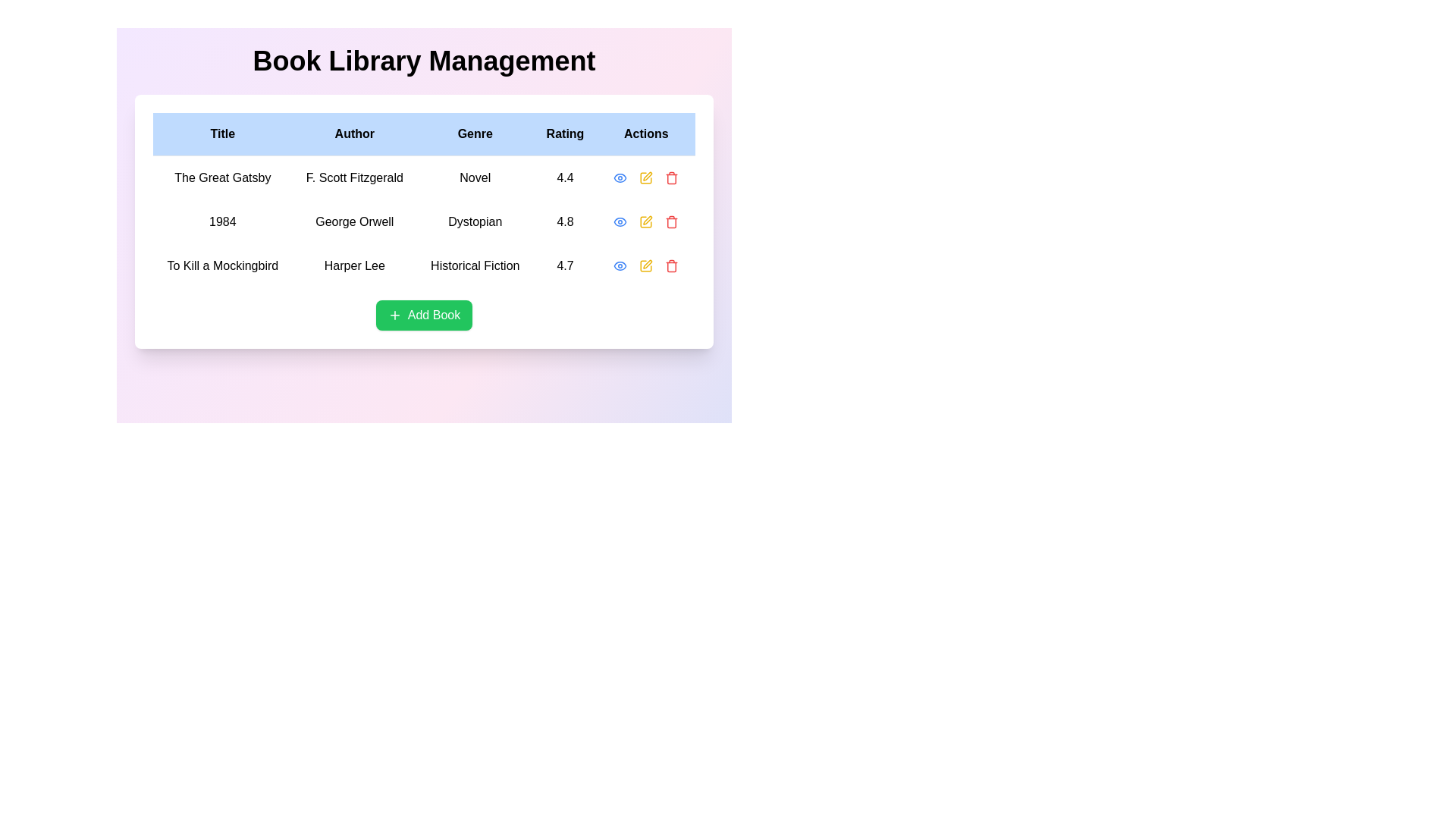 This screenshot has height=819, width=1456. Describe the element at coordinates (646, 177) in the screenshot. I see `the edit action button located in the 'Actions' column of the first row of the table` at that location.